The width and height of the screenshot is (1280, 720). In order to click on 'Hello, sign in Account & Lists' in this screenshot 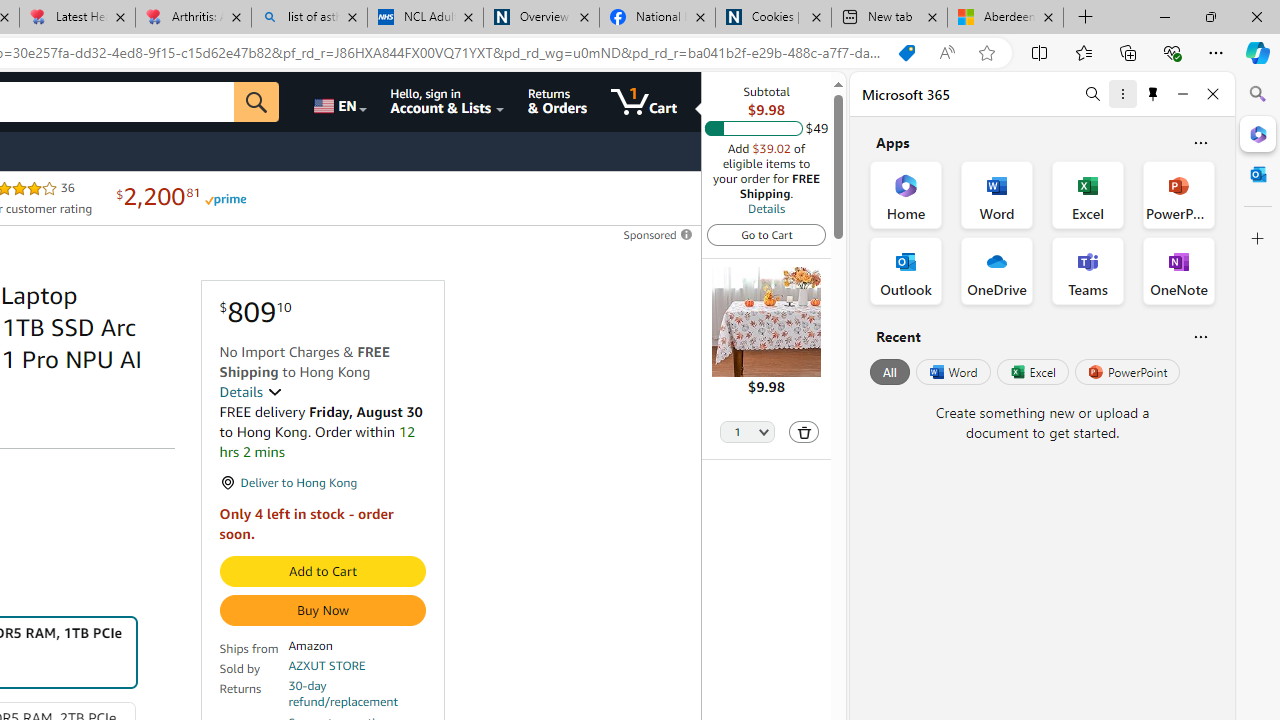, I will do `click(447, 101)`.